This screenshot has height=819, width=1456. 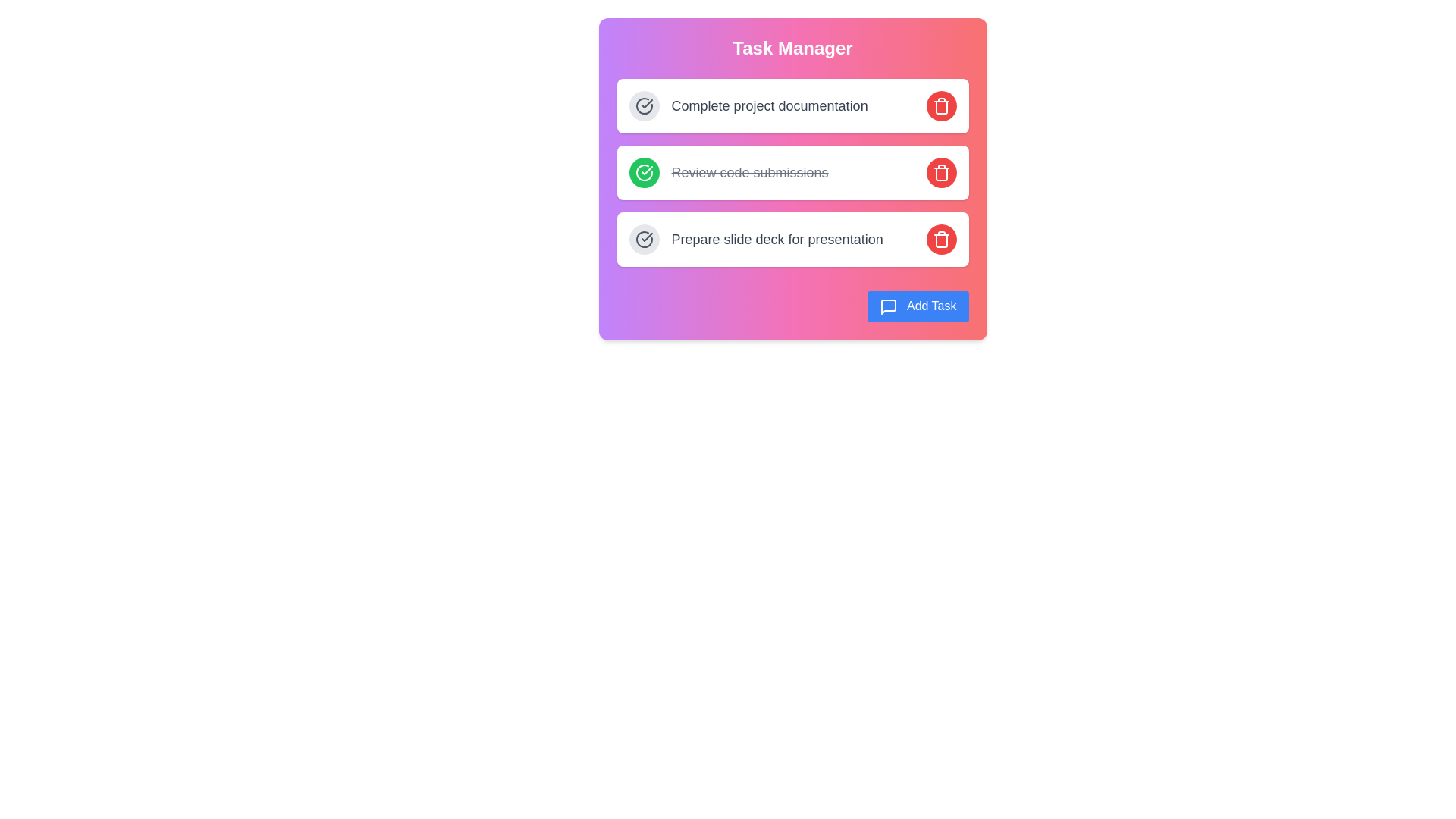 What do you see at coordinates (647, 103) in the screenshot?
I see `the success icon located in the second task entry of the task manager list` at bounding box center [647, 103].